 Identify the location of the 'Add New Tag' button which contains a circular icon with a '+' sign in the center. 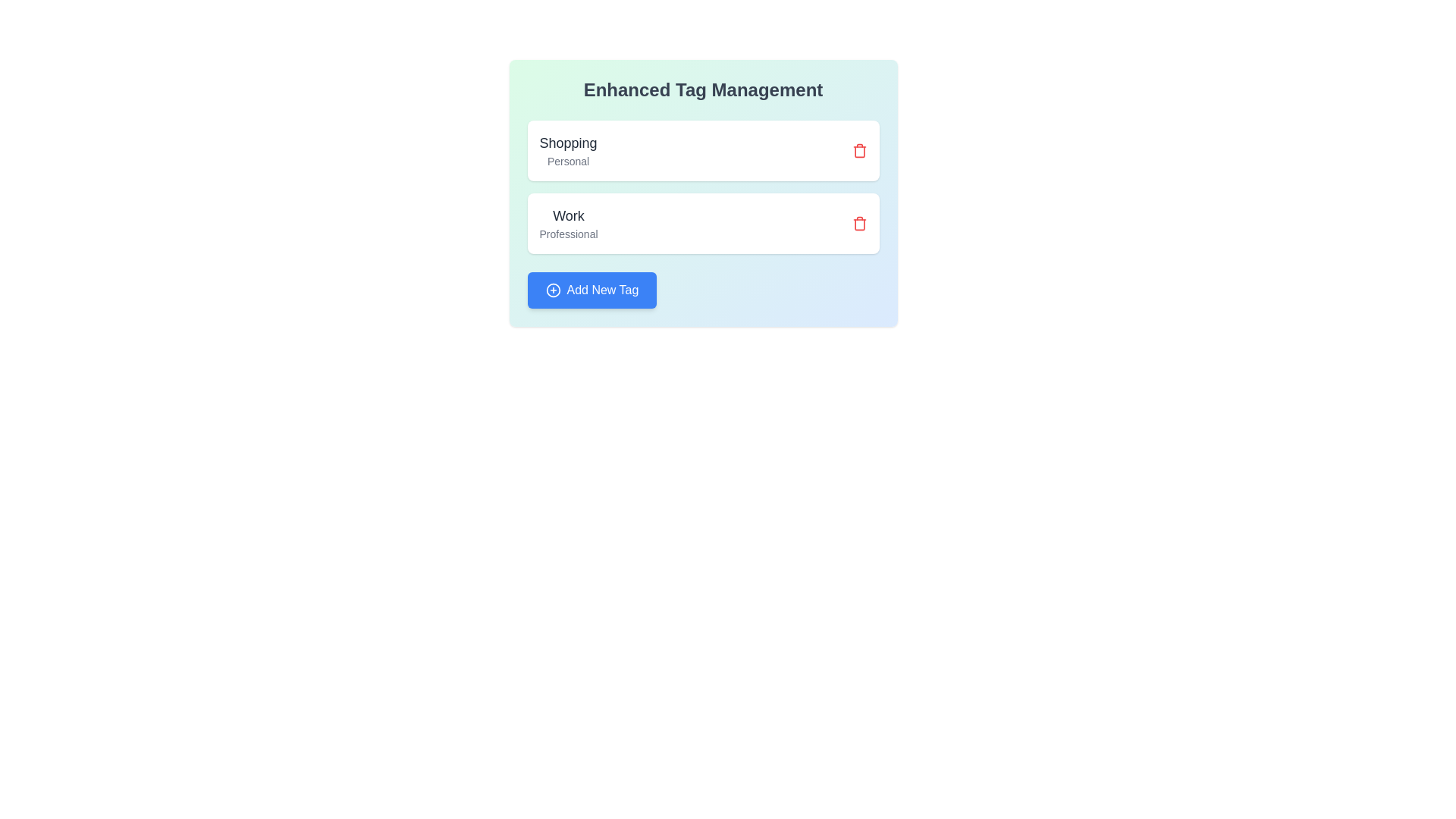
(552, 290).